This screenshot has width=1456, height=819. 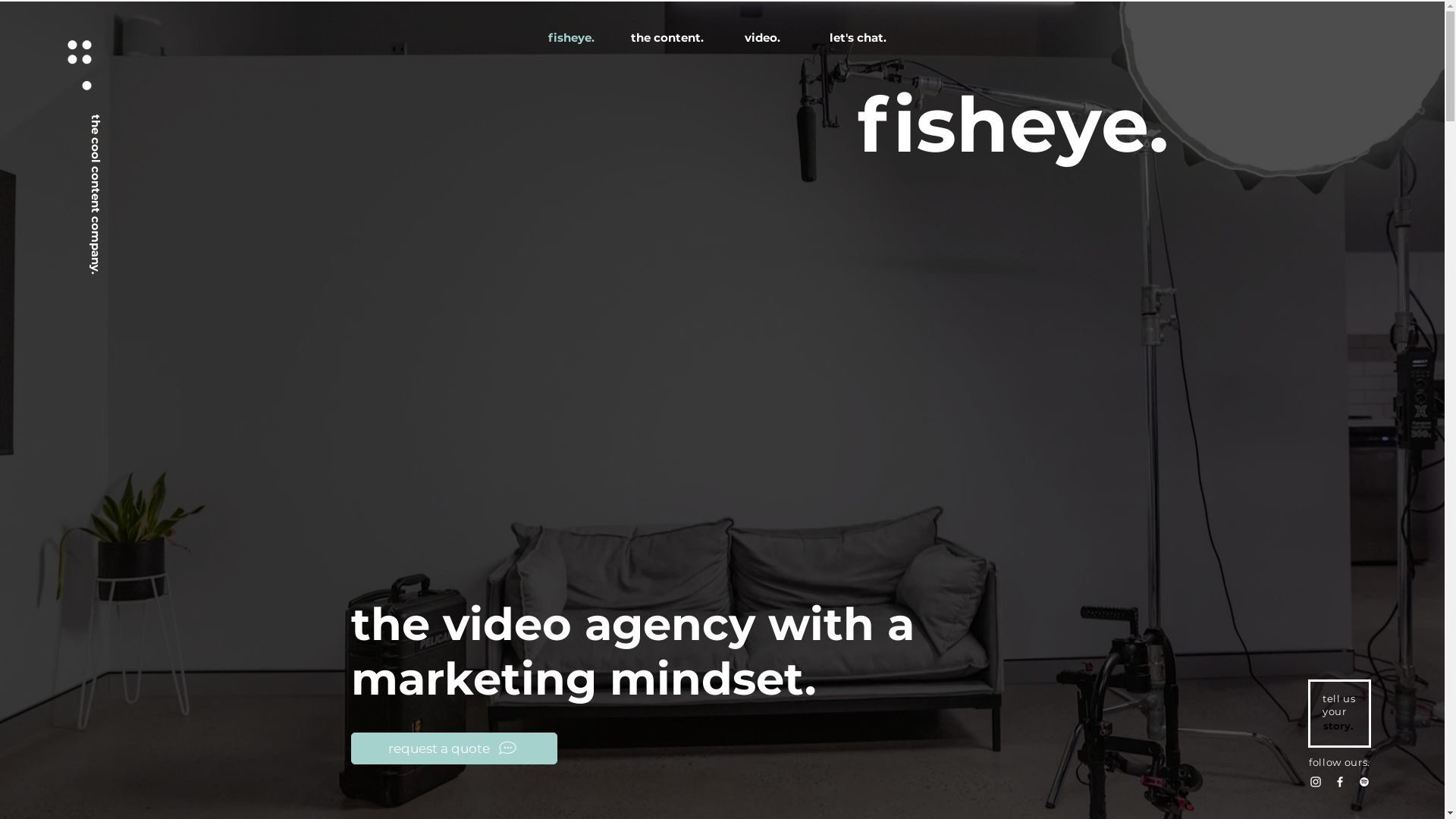 I want to click on 'fisheye.', so click(x=523, y=37).